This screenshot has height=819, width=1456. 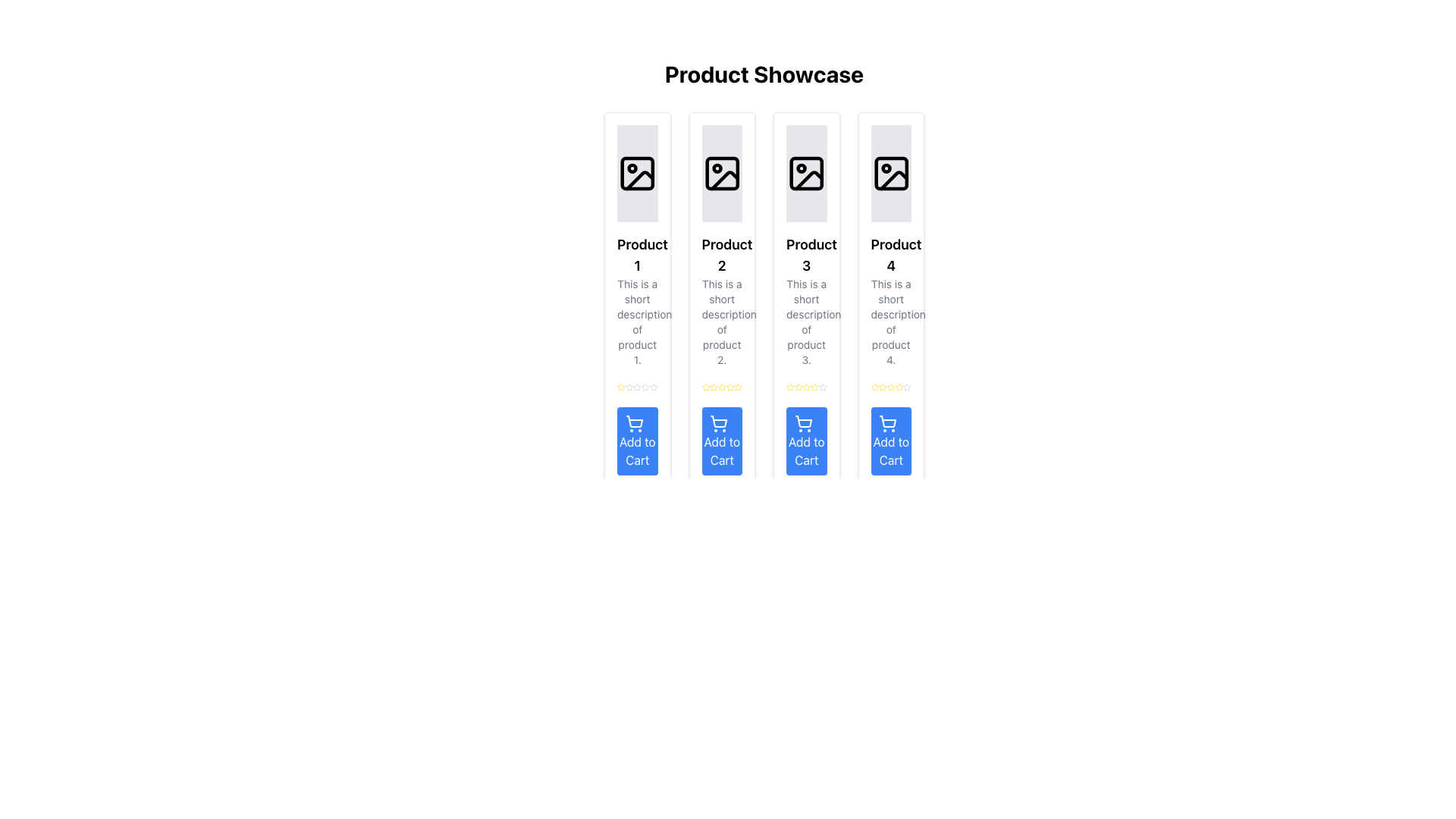 I want to click on the vector graphic icon representing the shopping cart structure located within the blue 'Add to Cart' button beneath the third product card, so click(x=718, y=421).